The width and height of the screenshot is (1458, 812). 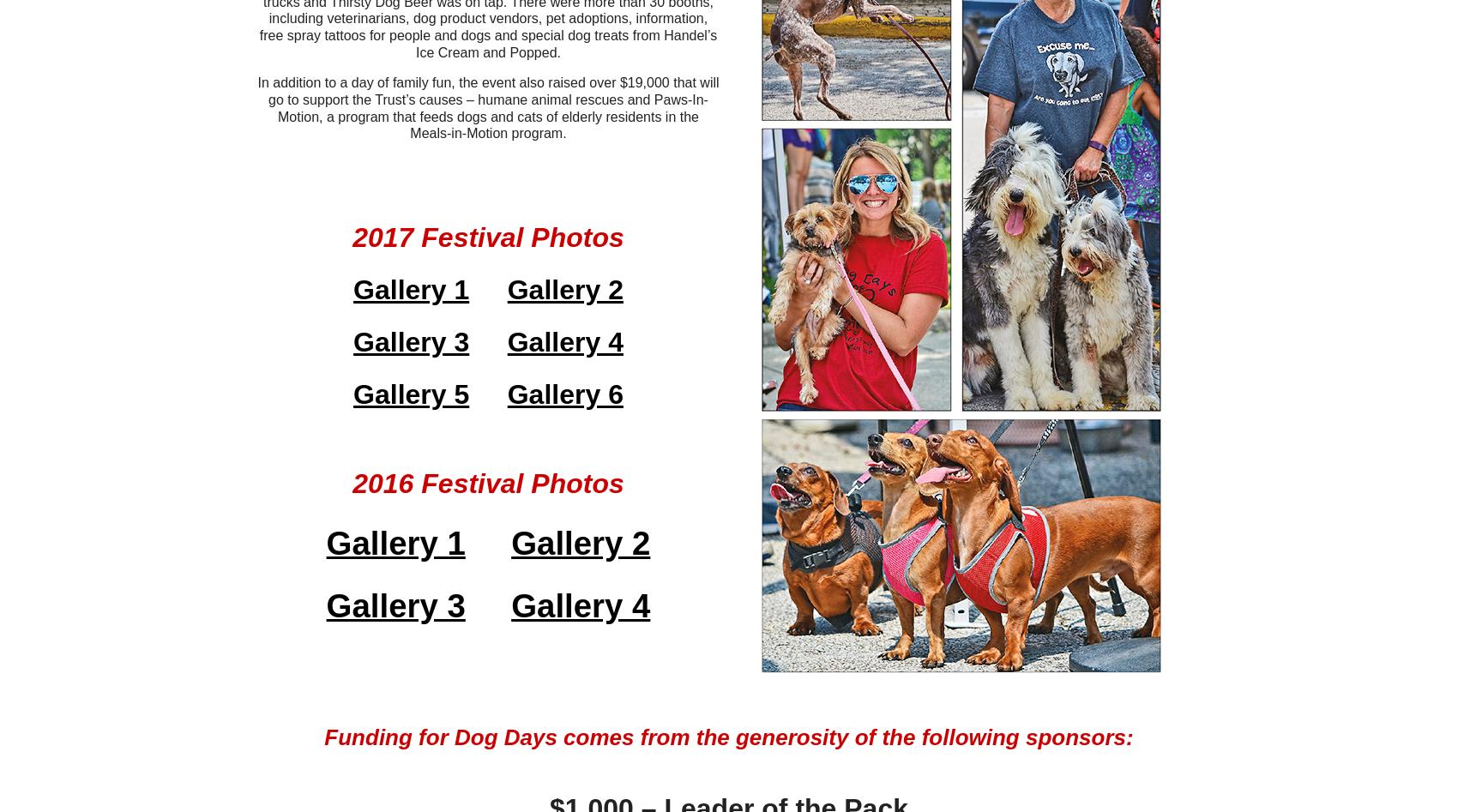 What do you see at coordinates (411, 394) in the screenshot?
I see `'Gallery 5'` at bounding box center [411, 394].